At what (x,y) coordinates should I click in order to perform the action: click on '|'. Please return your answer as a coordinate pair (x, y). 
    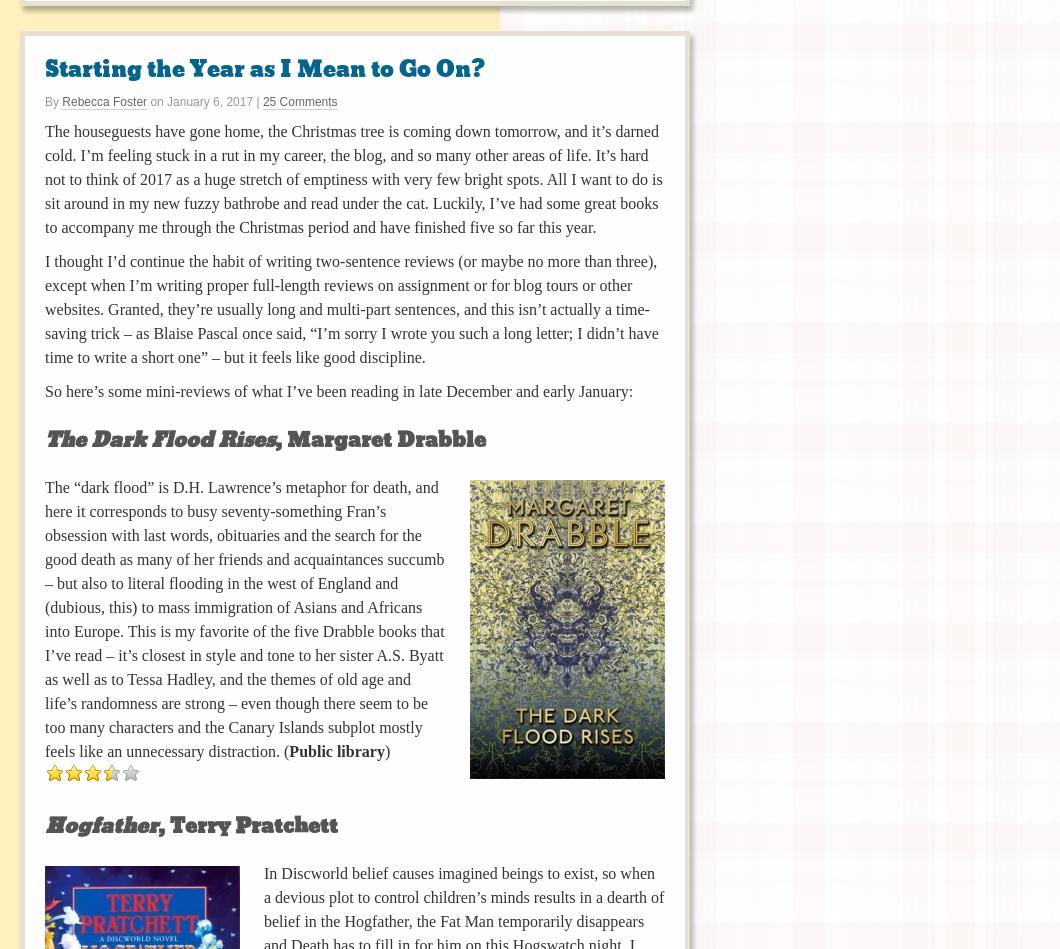
    Looking at the image, I should click on (252, 100).